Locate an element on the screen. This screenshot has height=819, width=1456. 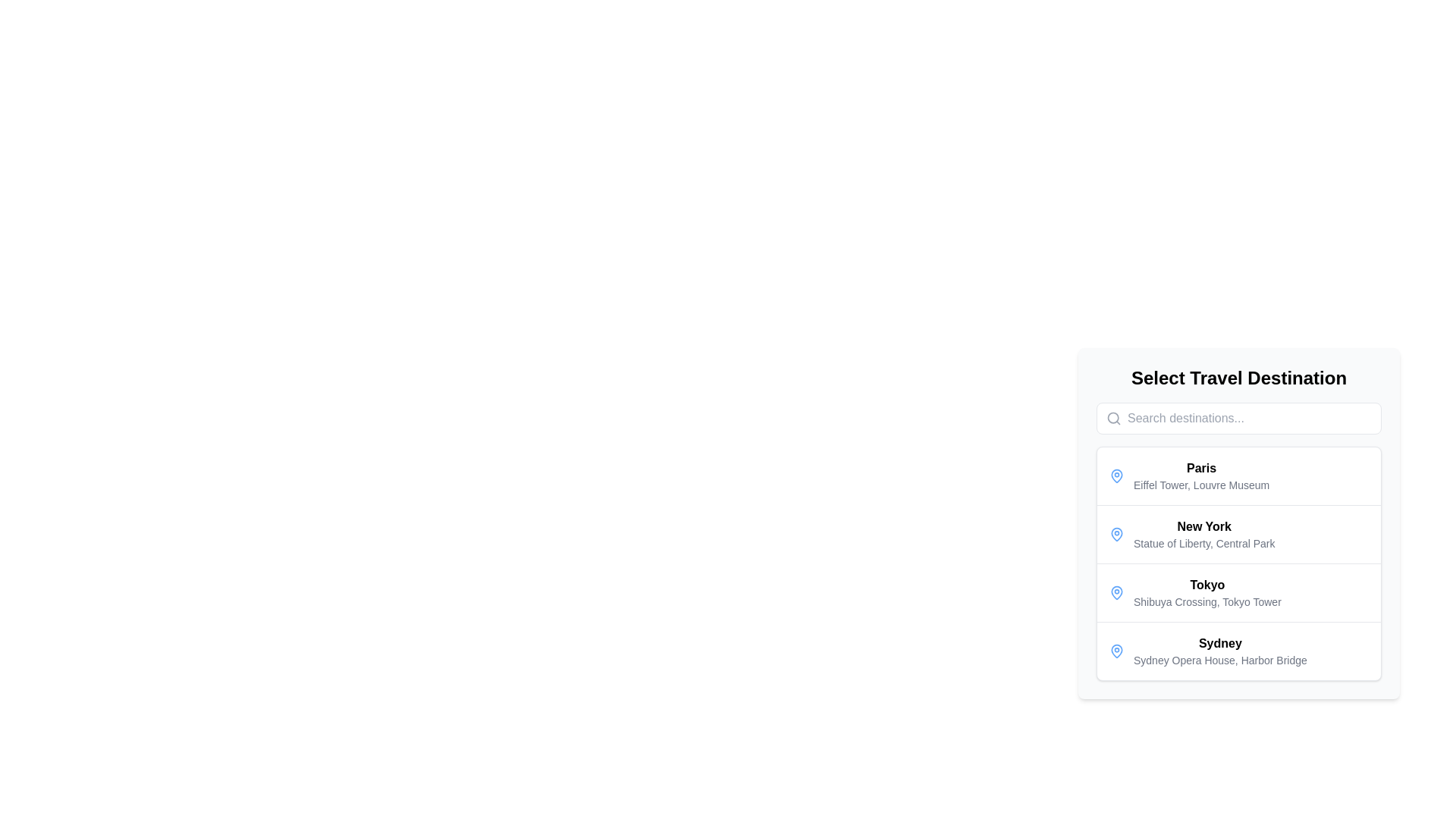
text label that displays 'Statue of Liberty, Central Park', which is styled in a smaller gray font and located beneath the bold text 'New York' within the travel destination selector is located at coordinates (1203, 543).